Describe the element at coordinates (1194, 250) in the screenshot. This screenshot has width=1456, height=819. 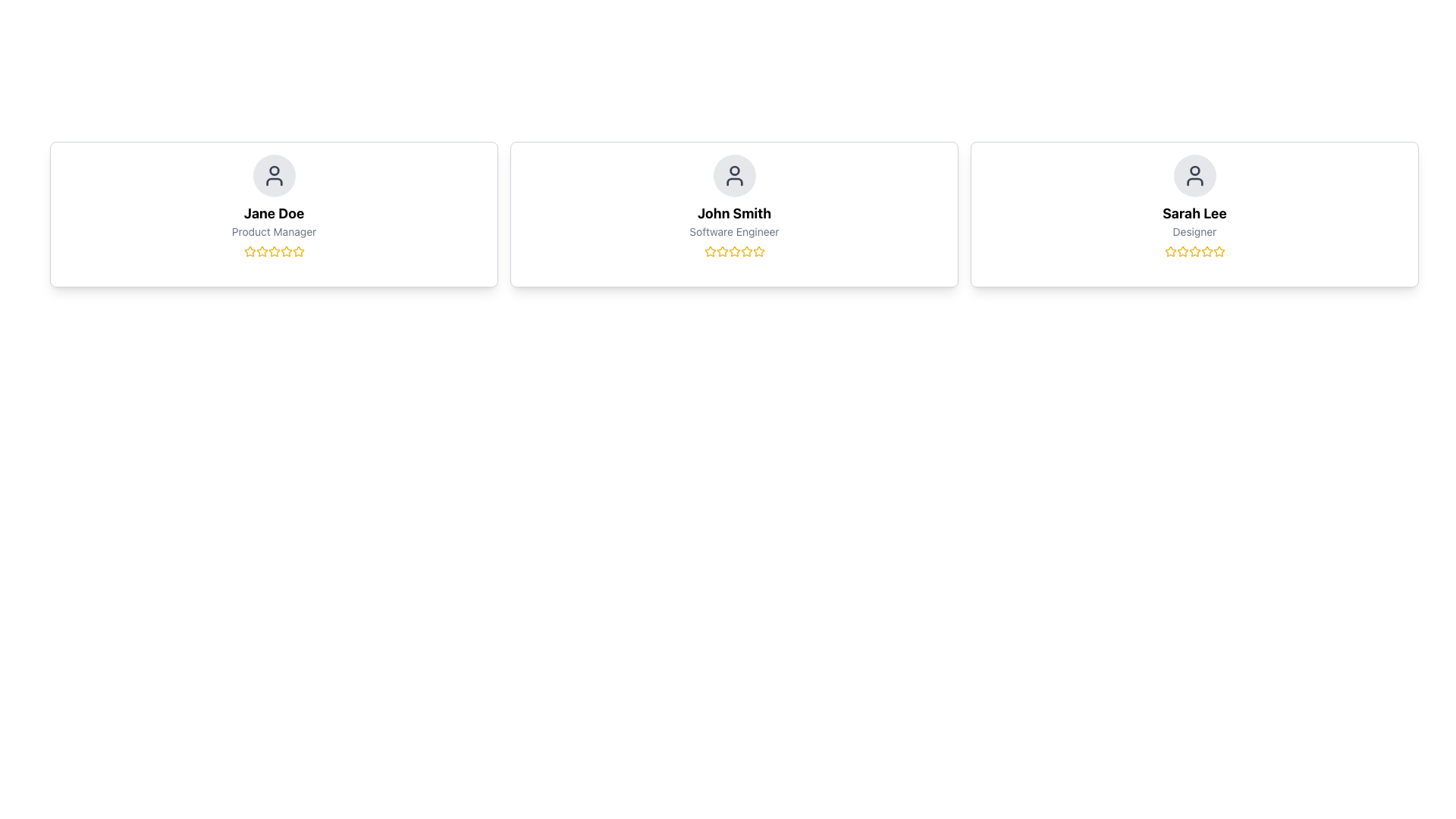
I see `the second Rating Star Icon to rate it, located below the profile details of Sarah Lee, Designer, in the rightmost card of three horizontally aligned user profile cards` at that location.